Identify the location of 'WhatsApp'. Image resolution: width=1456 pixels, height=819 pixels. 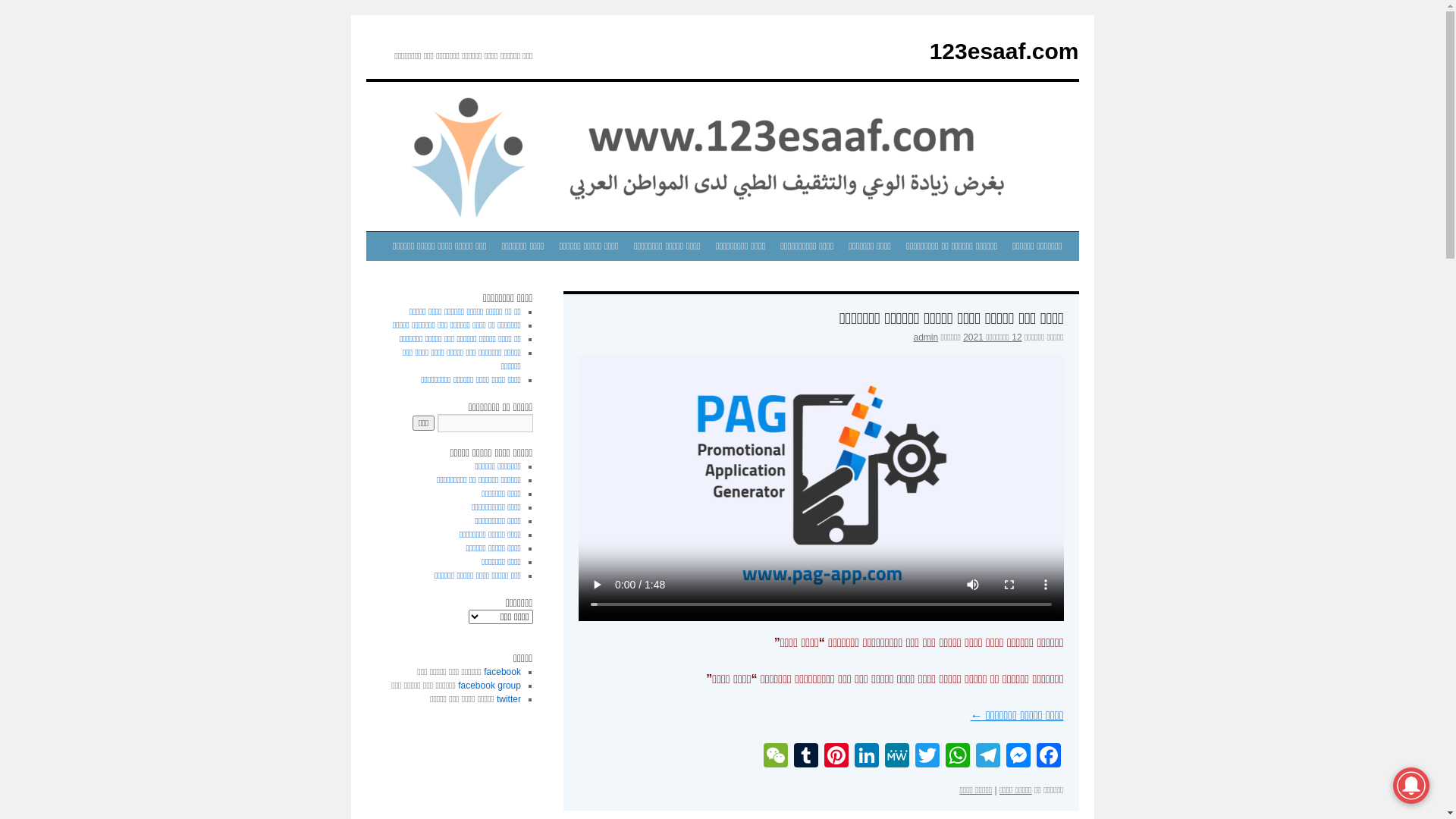
(956, 757).